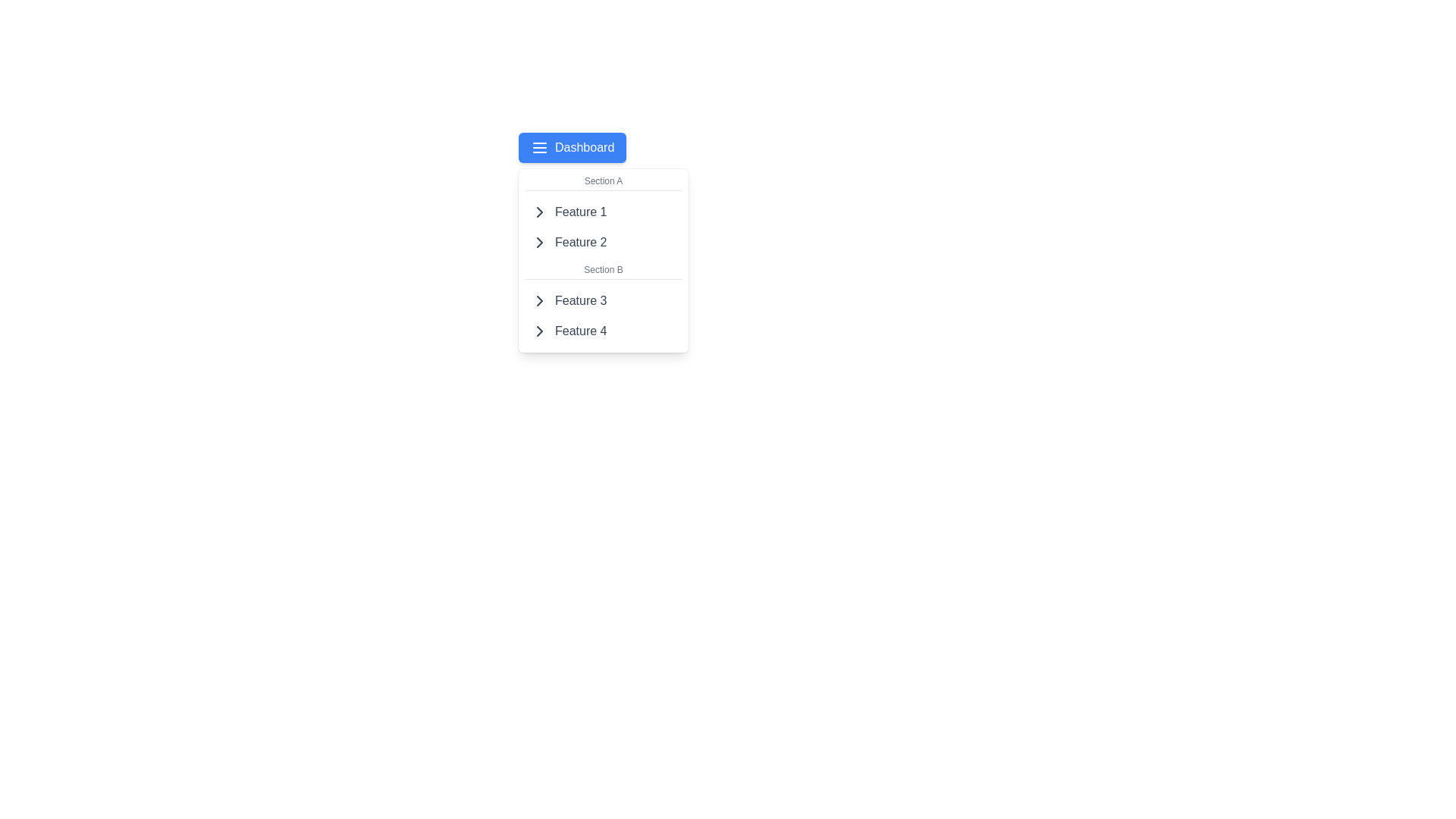  What do you see at coordinates (603, 242) in the screenshot?
I see `the interactive menu item labeled 'Feature 2'` at bounding box center [603, 242].